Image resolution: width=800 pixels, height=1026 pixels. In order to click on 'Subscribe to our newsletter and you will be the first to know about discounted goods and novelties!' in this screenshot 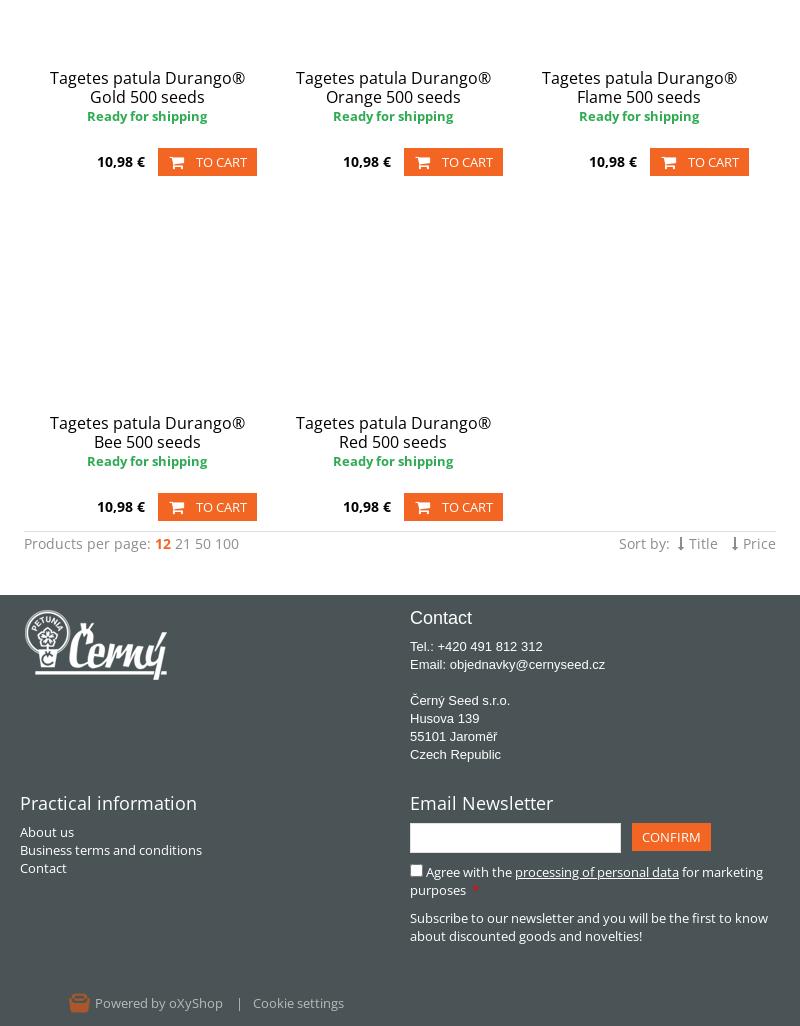, I will do `click(409, 926)`.